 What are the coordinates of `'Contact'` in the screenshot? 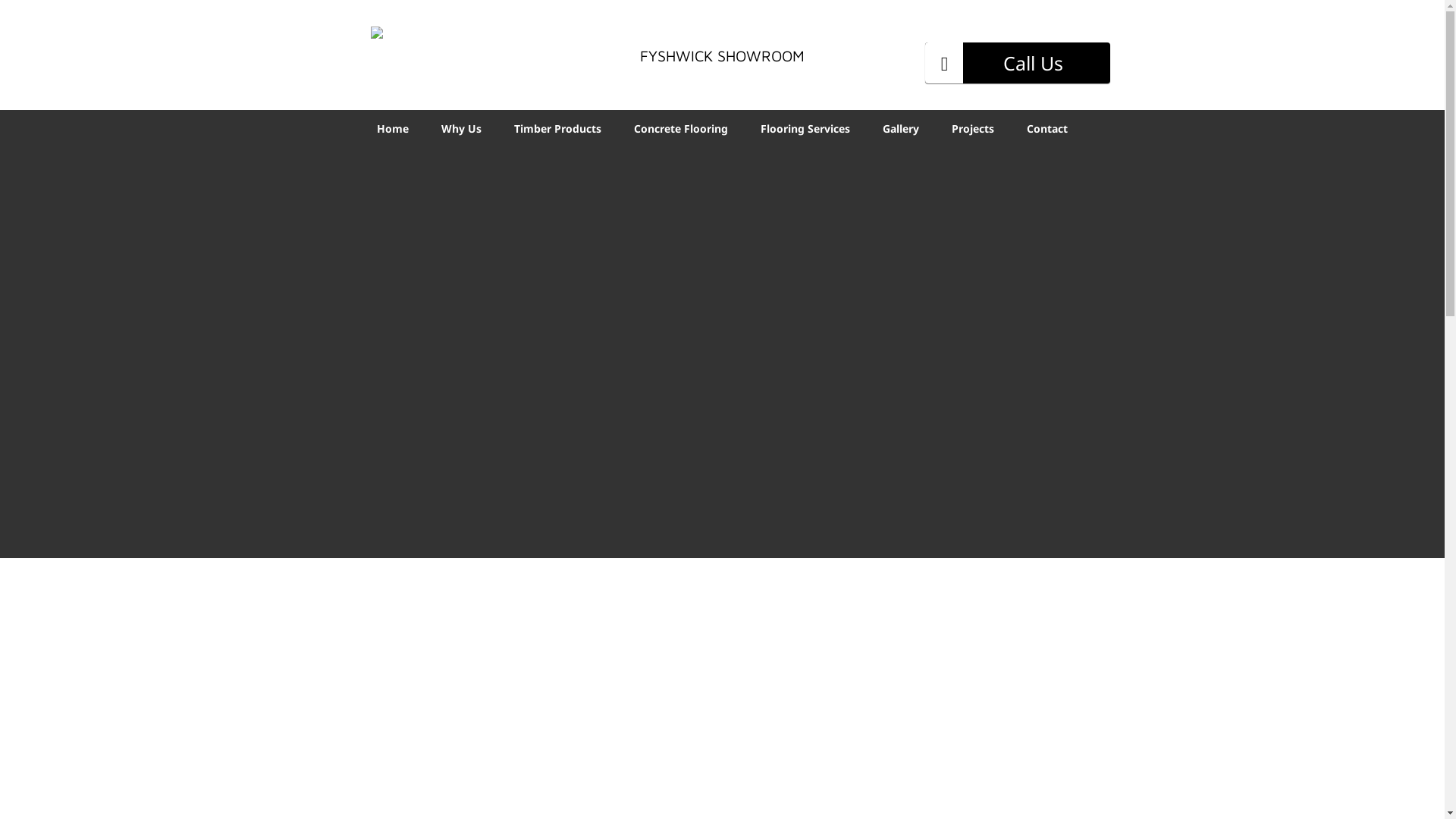 It's located at (1046, 127).